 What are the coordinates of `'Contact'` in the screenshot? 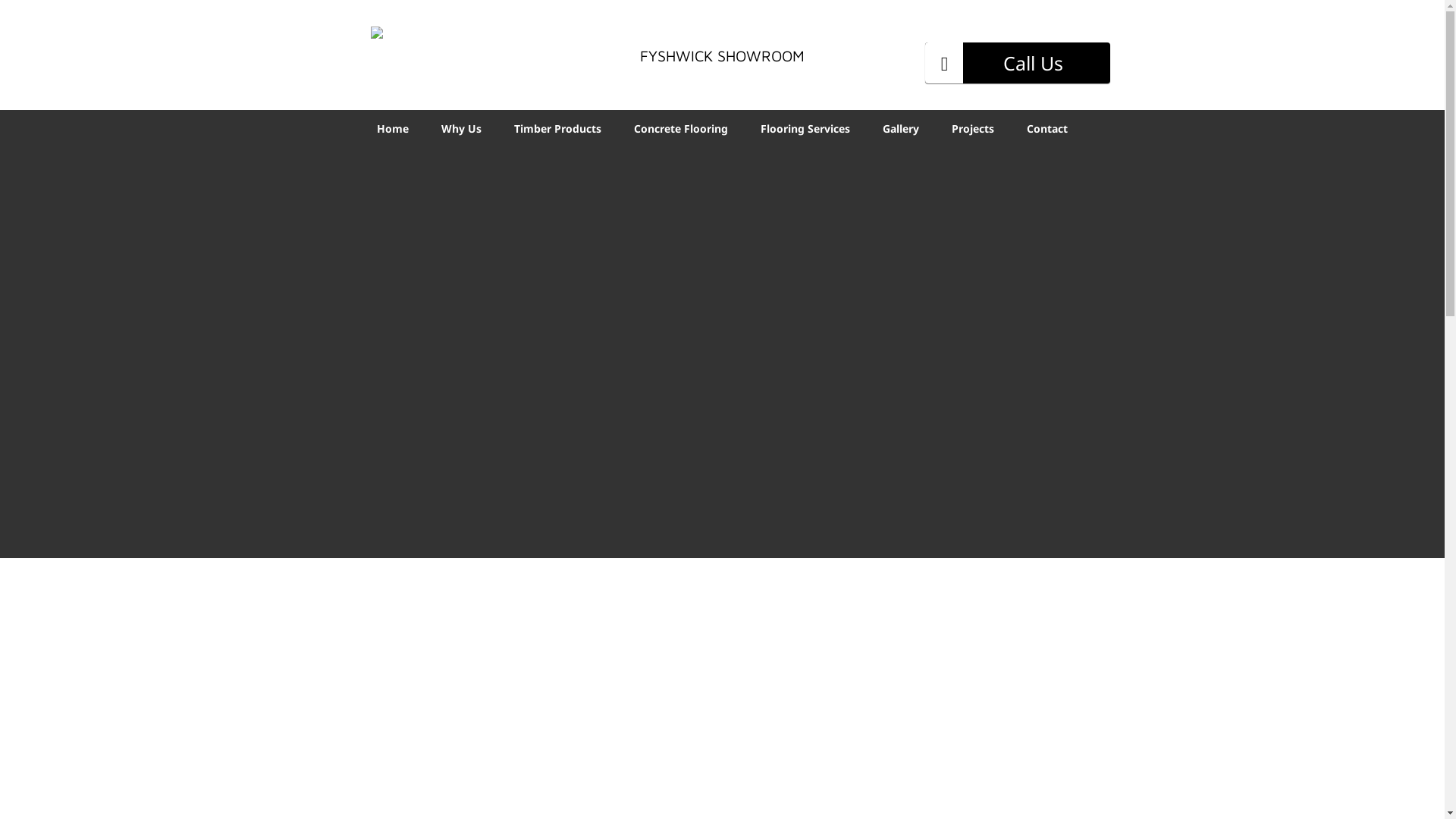 It's located at (1046, 127).